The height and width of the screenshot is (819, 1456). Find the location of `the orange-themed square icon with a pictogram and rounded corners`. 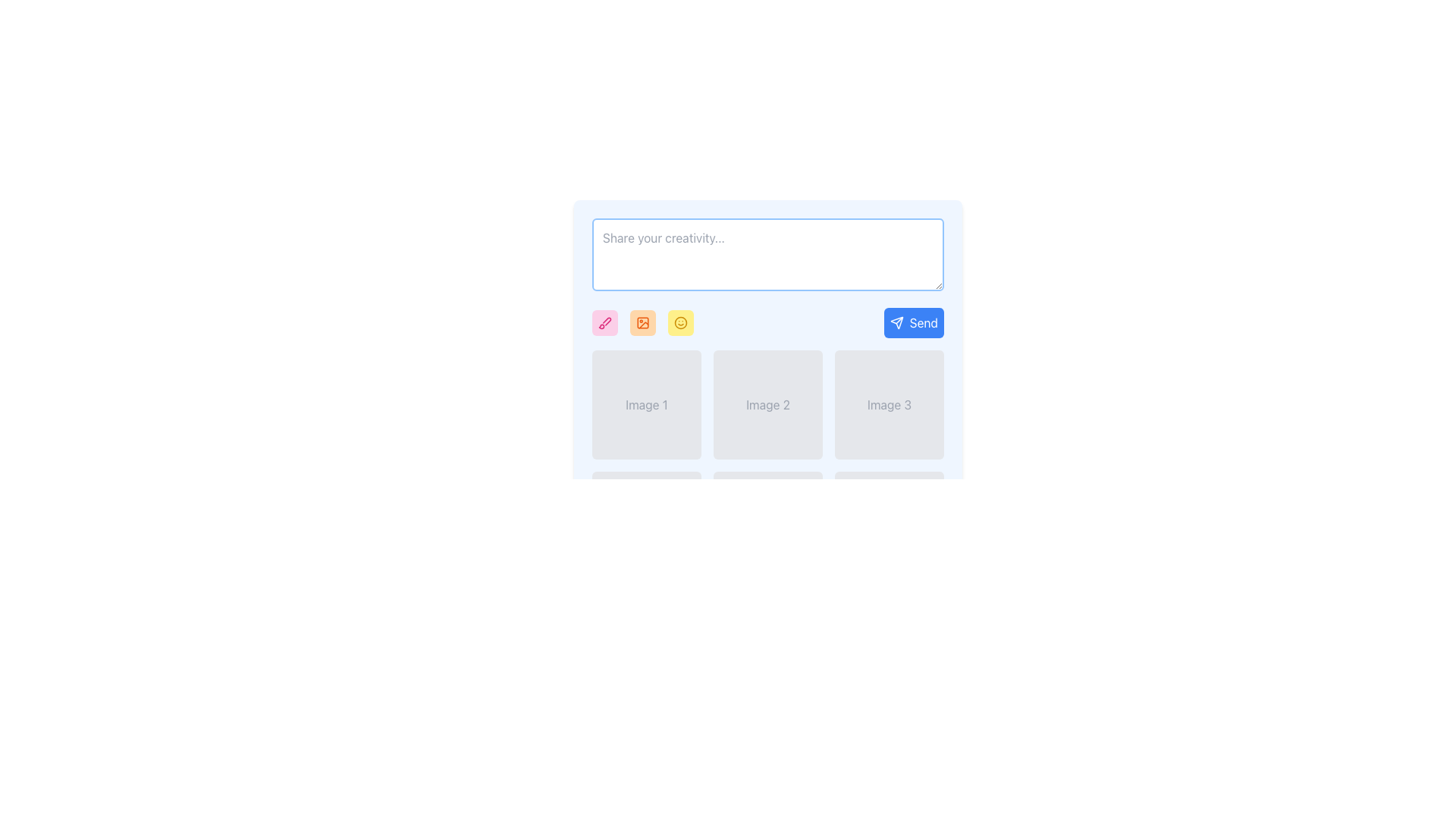

the orange-themed square icon with a pictogram and rounded corners is located at coordinates (643, 322).